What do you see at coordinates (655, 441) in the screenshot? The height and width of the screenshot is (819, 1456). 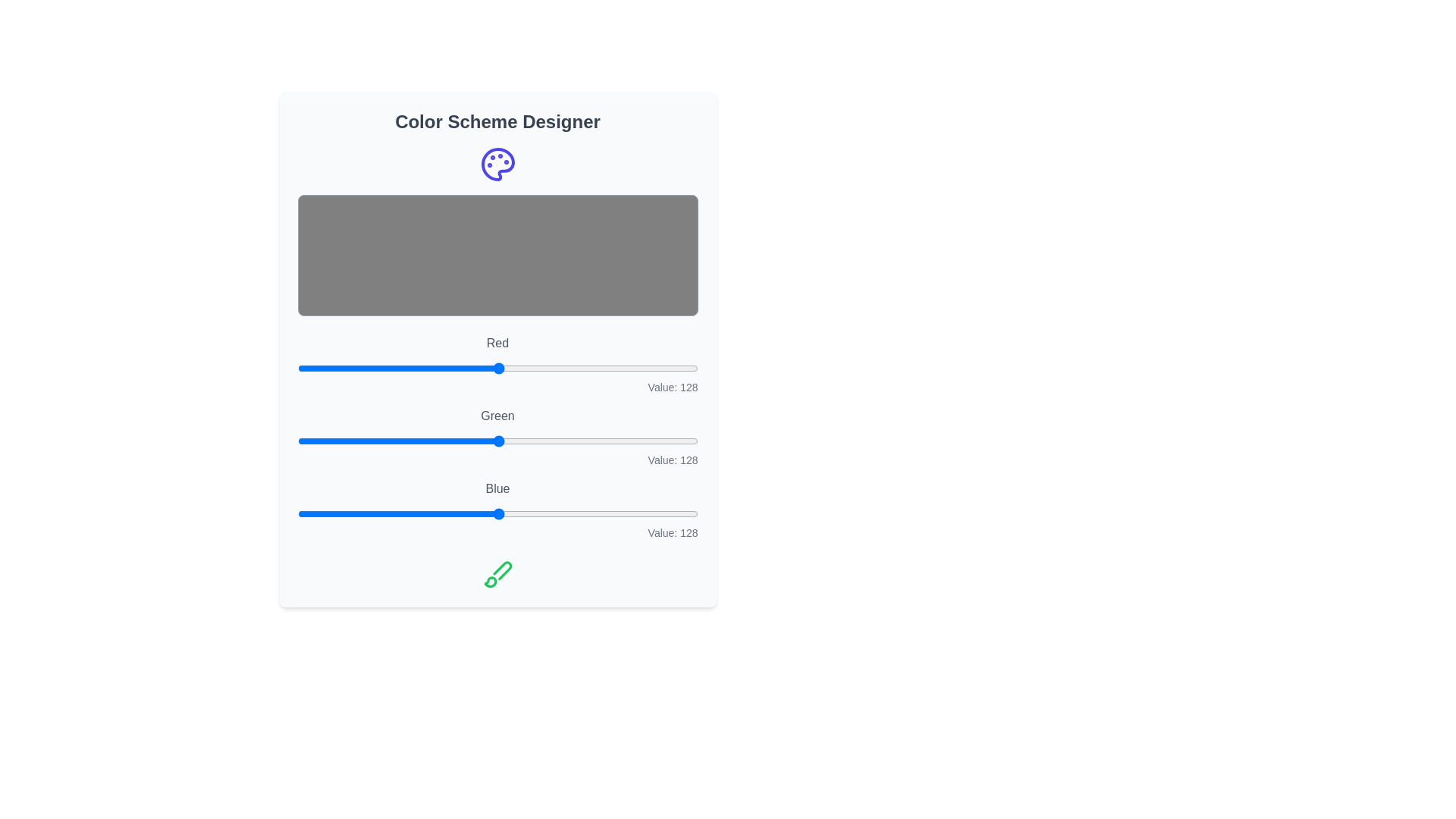 I see `the slider` at bounding box center [655, 441].